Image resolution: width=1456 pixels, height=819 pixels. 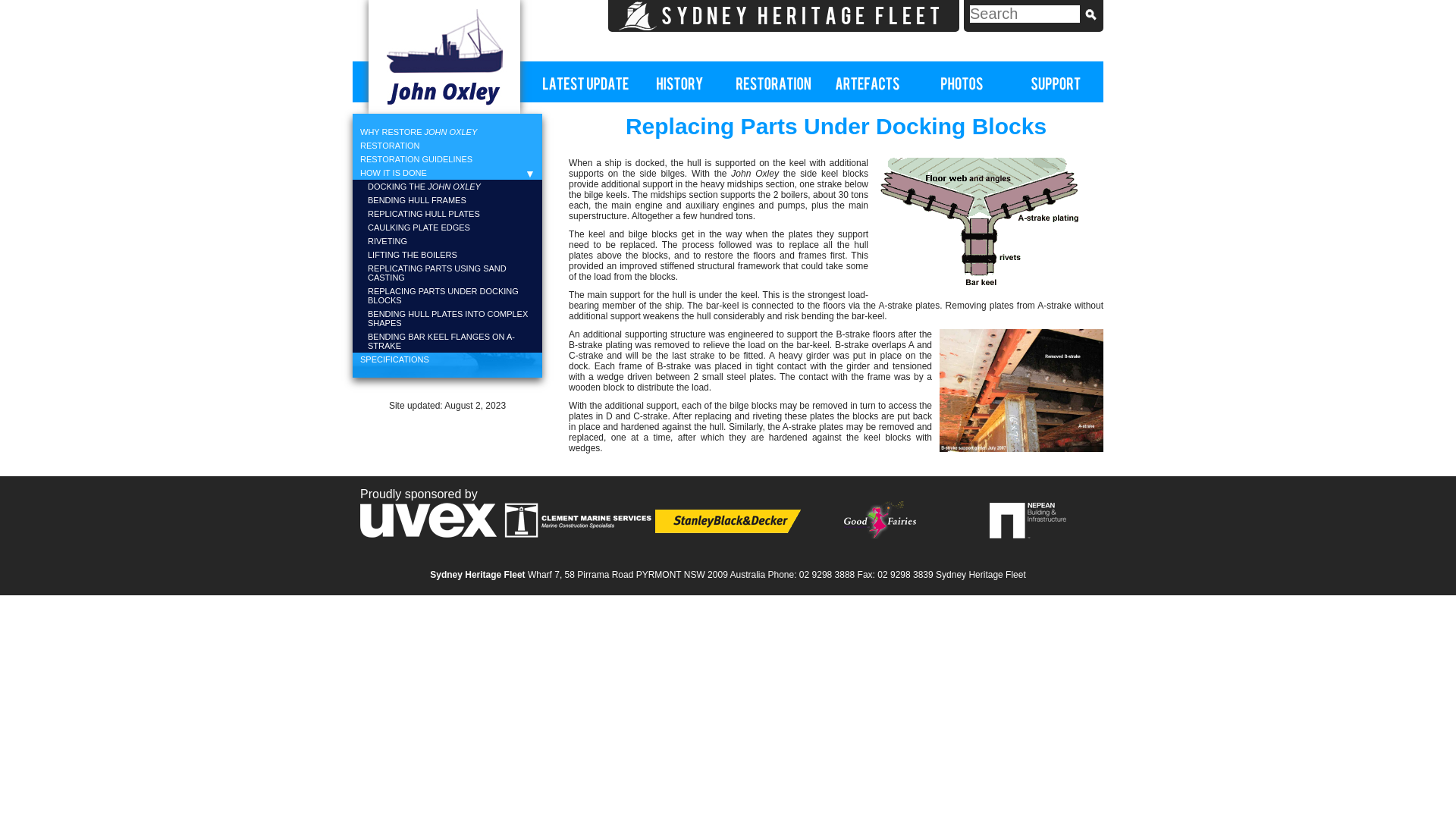 What do you see at coordinates (352, 295) in the screenshot?
I see `'REPLACING PARTS UNDER DOCKING BLOCKS'` at bounding box center [352, 295].